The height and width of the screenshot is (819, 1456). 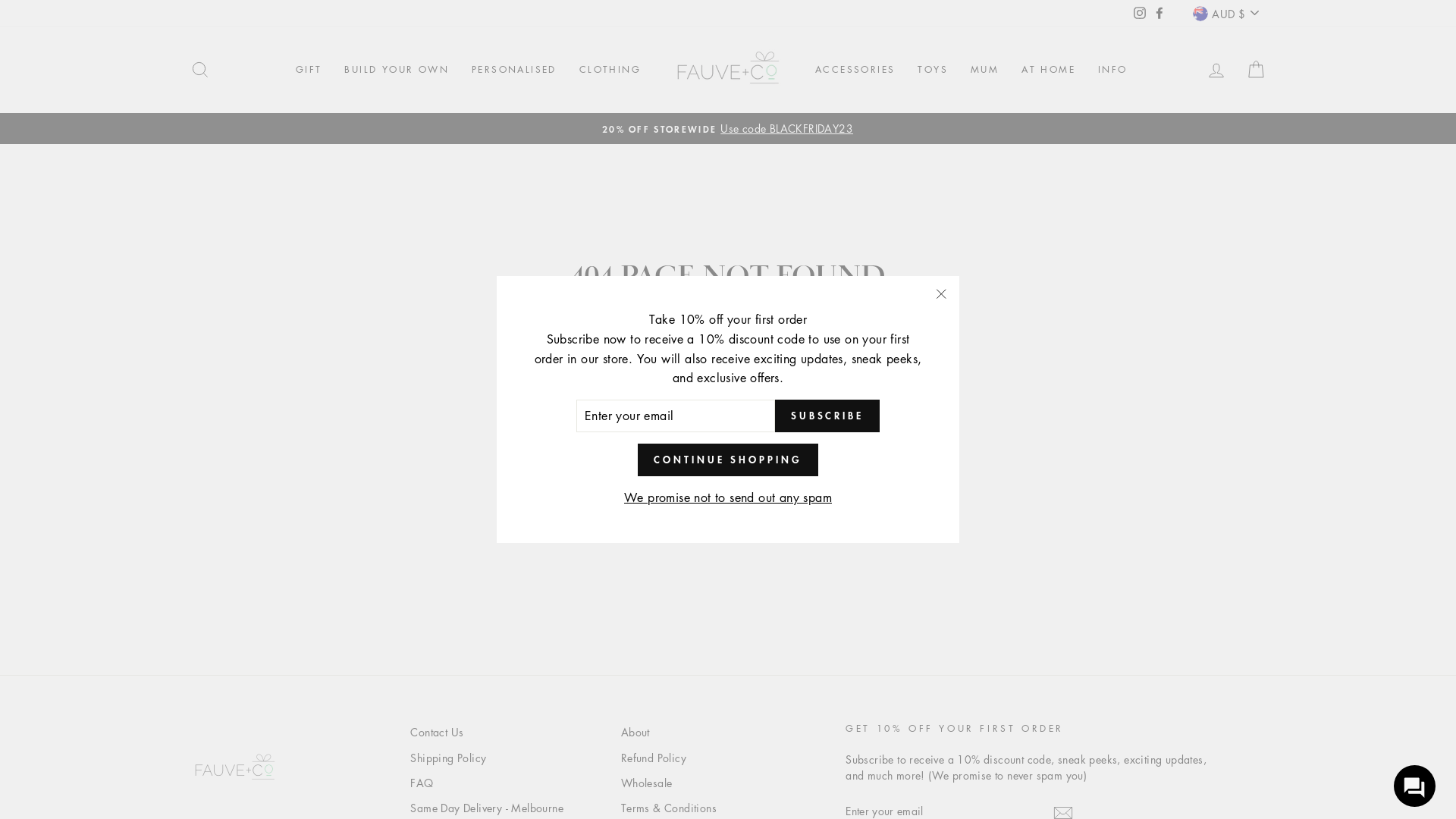 What do you see at coordinates (308, 70) in the screenshot?
I see `'GIFT'` at bounding box center [308, 70].